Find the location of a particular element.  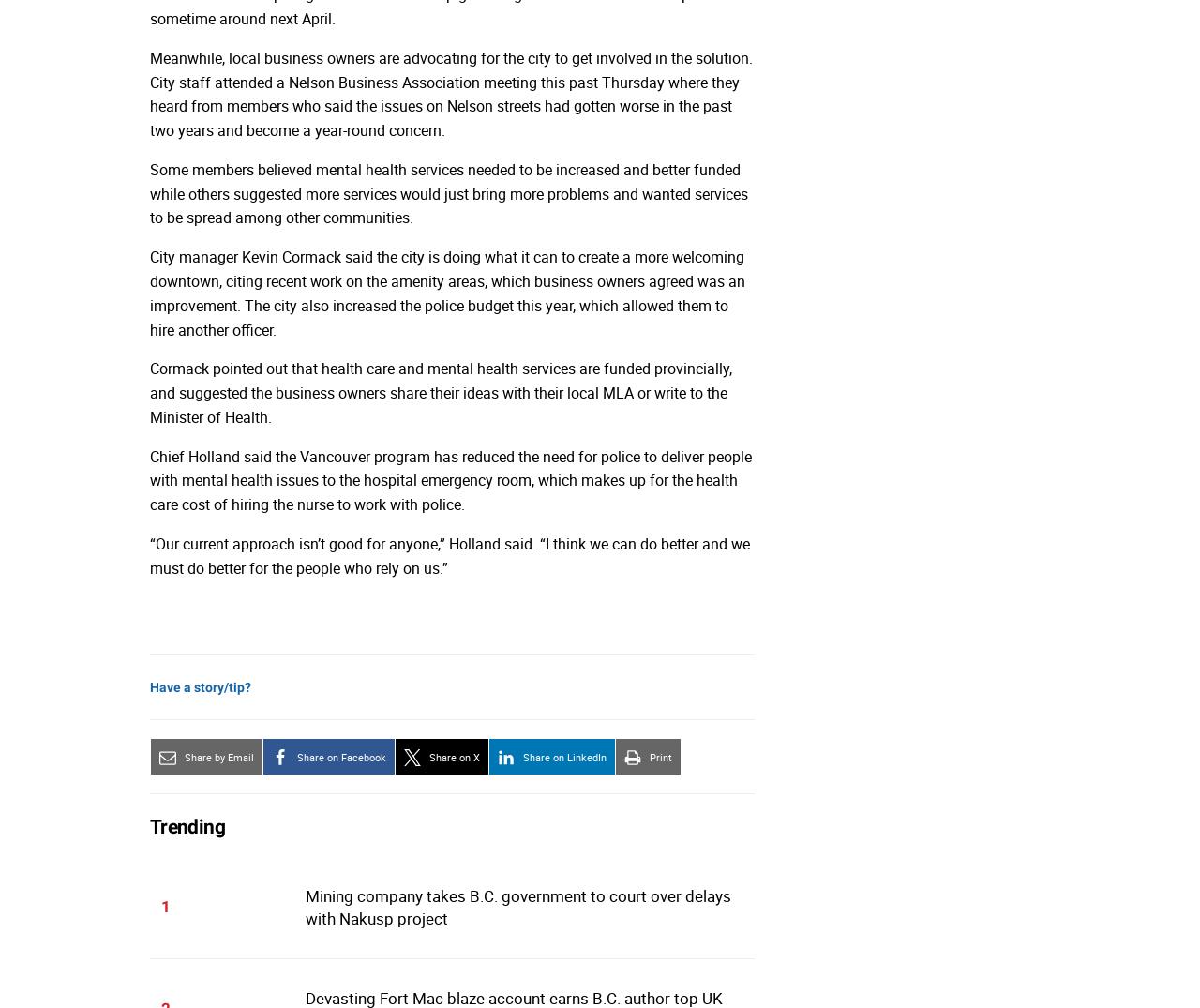

'Print' is located at coordinates (661, 755).